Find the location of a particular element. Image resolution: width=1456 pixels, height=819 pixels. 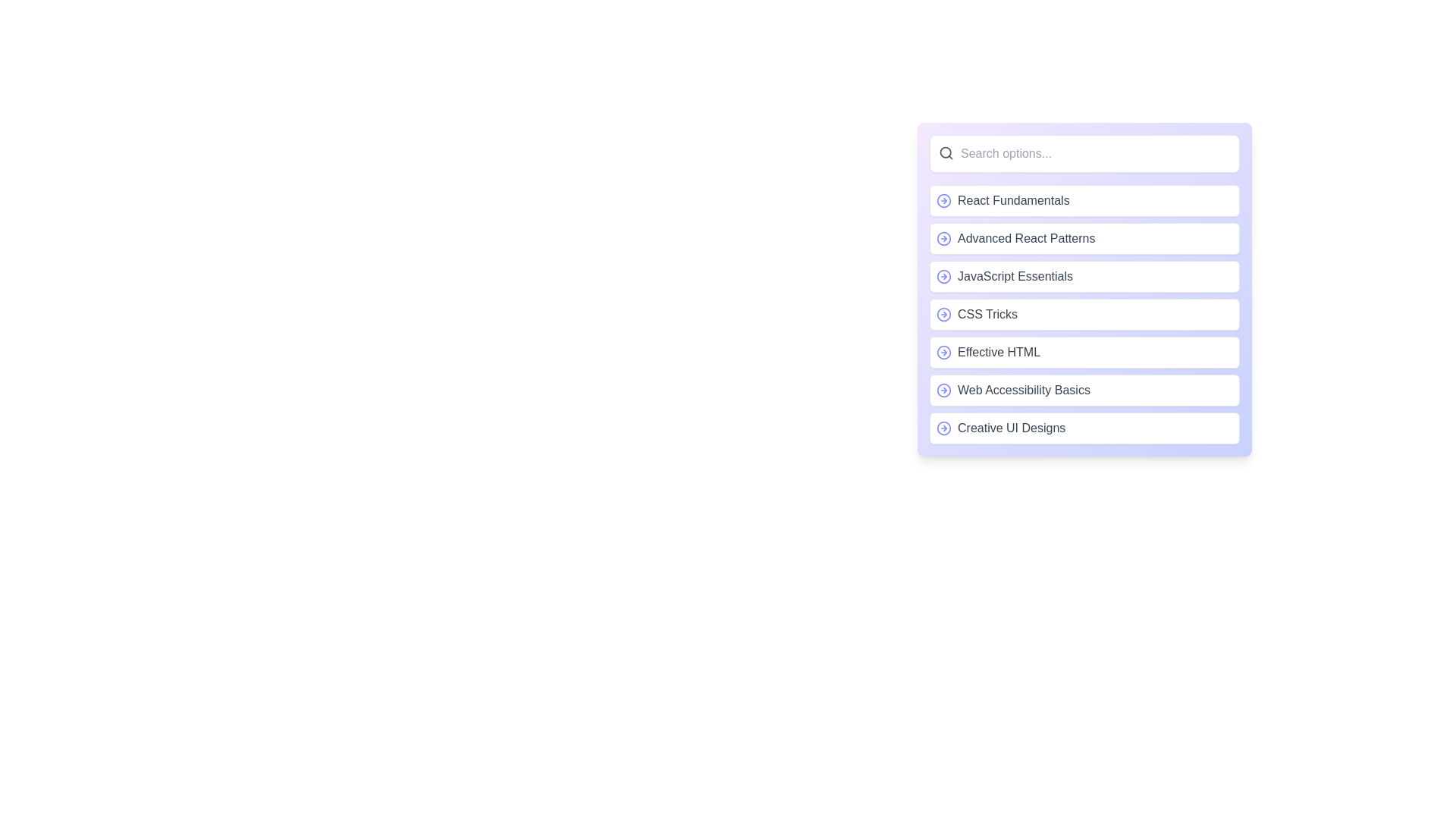

the graphical SVG element representing the search icon located within the search bar at the top of the right pane is located at coordinates (945, 152).